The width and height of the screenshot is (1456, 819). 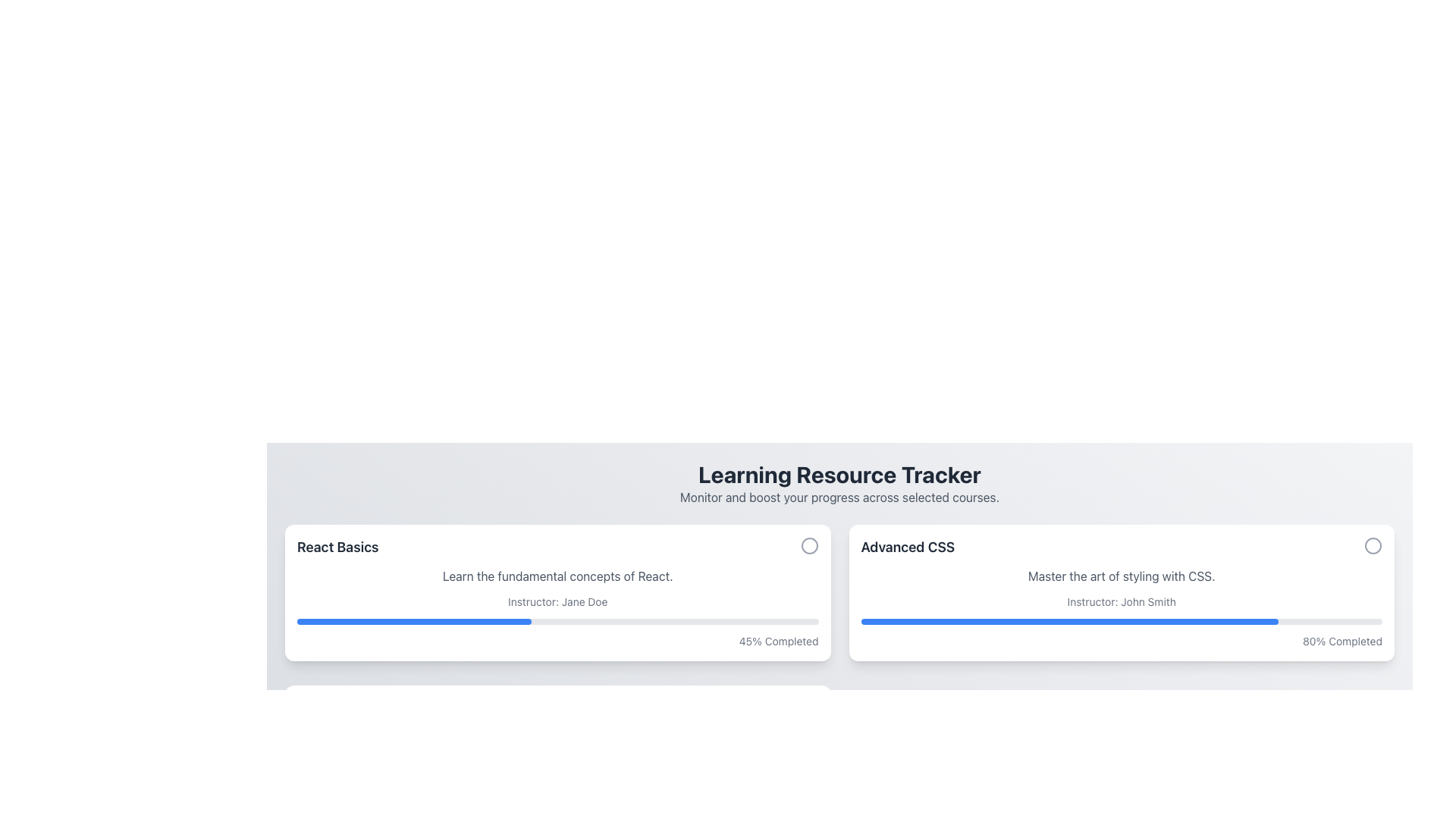 I want to click on text content of the description element labeled 'React Basics', located below the 'React Basics' title and above the 'Instructor: Jane Doe' text, so click(x=557, y=576).